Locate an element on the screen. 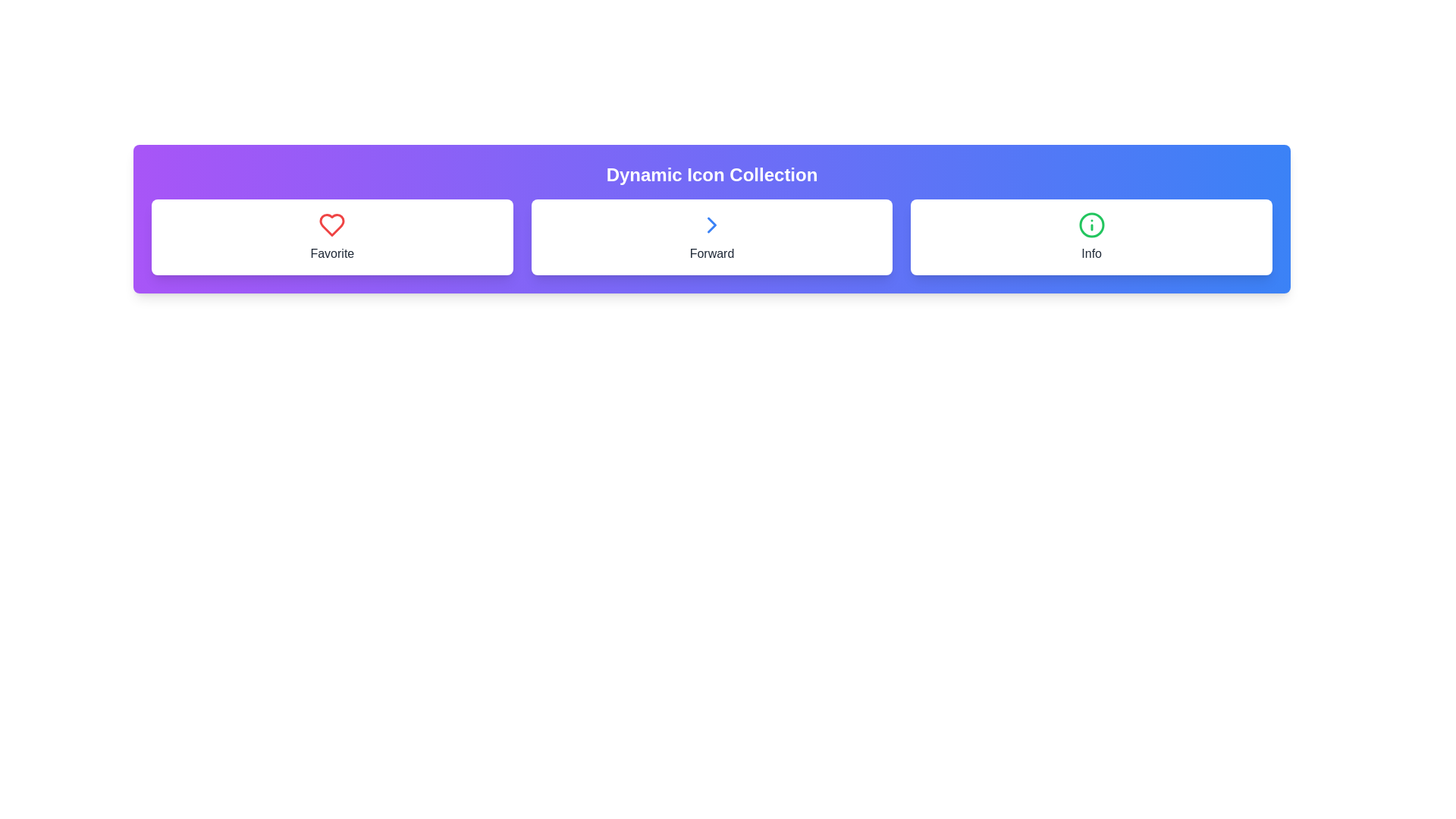  the chevron icon labeled 'Forward' which is centrally located in the middle of a horizontally aligned set of three cards is located at coordinates (711, 225).